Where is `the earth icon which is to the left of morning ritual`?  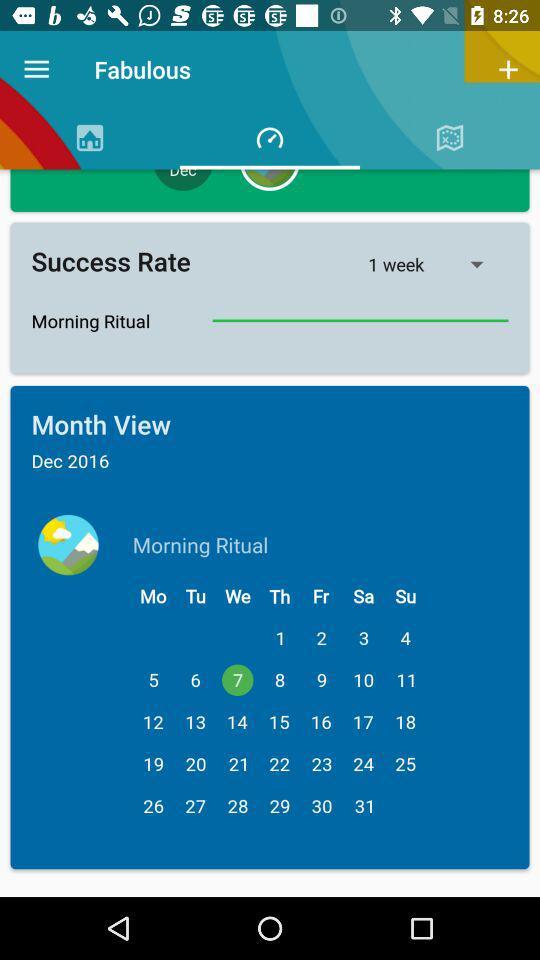 the earth icon which is to the left of morning ritual is located at coordinates (67, 544).